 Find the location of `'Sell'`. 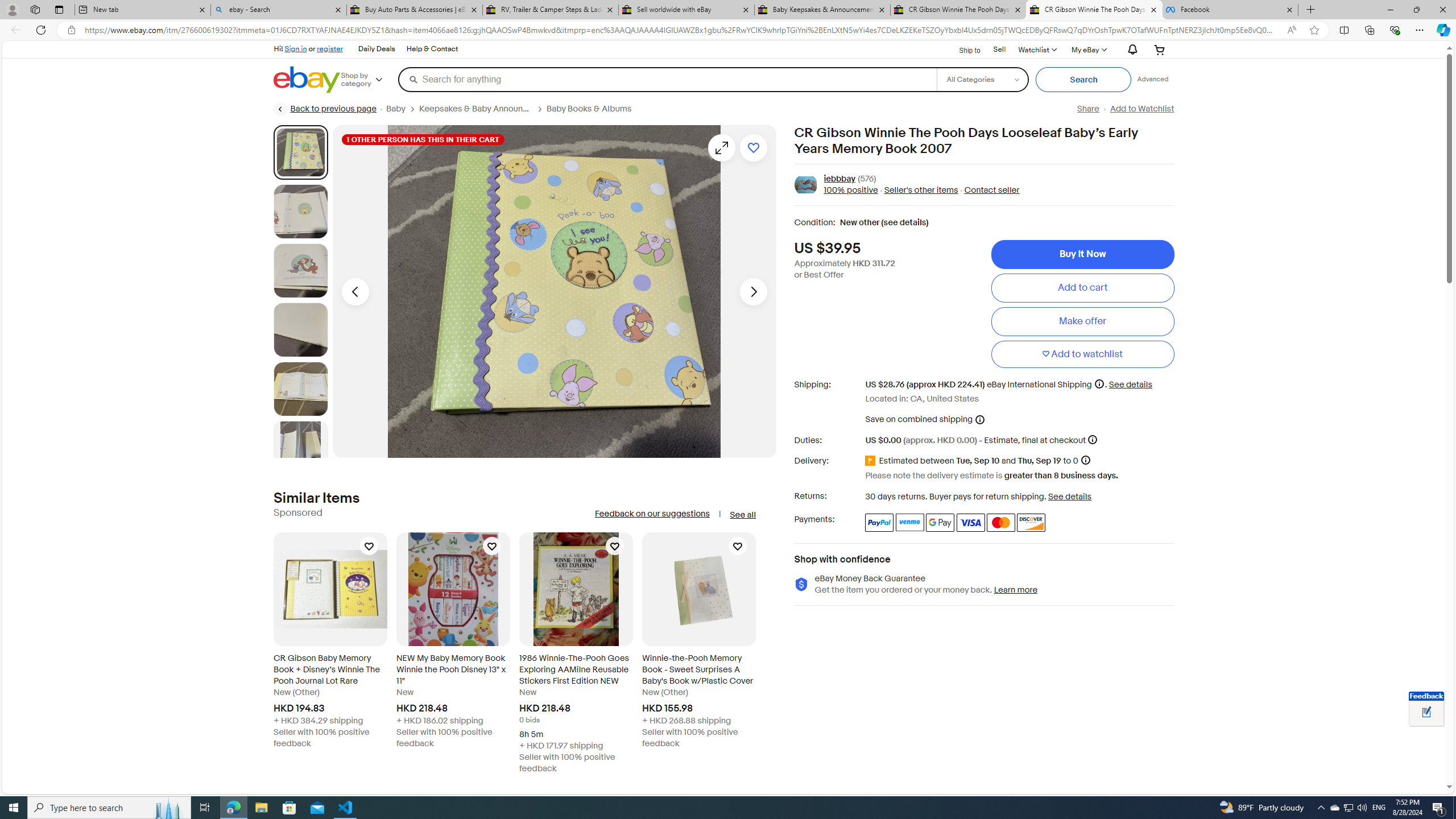

'Sell' is located at coordinates (999, 48).